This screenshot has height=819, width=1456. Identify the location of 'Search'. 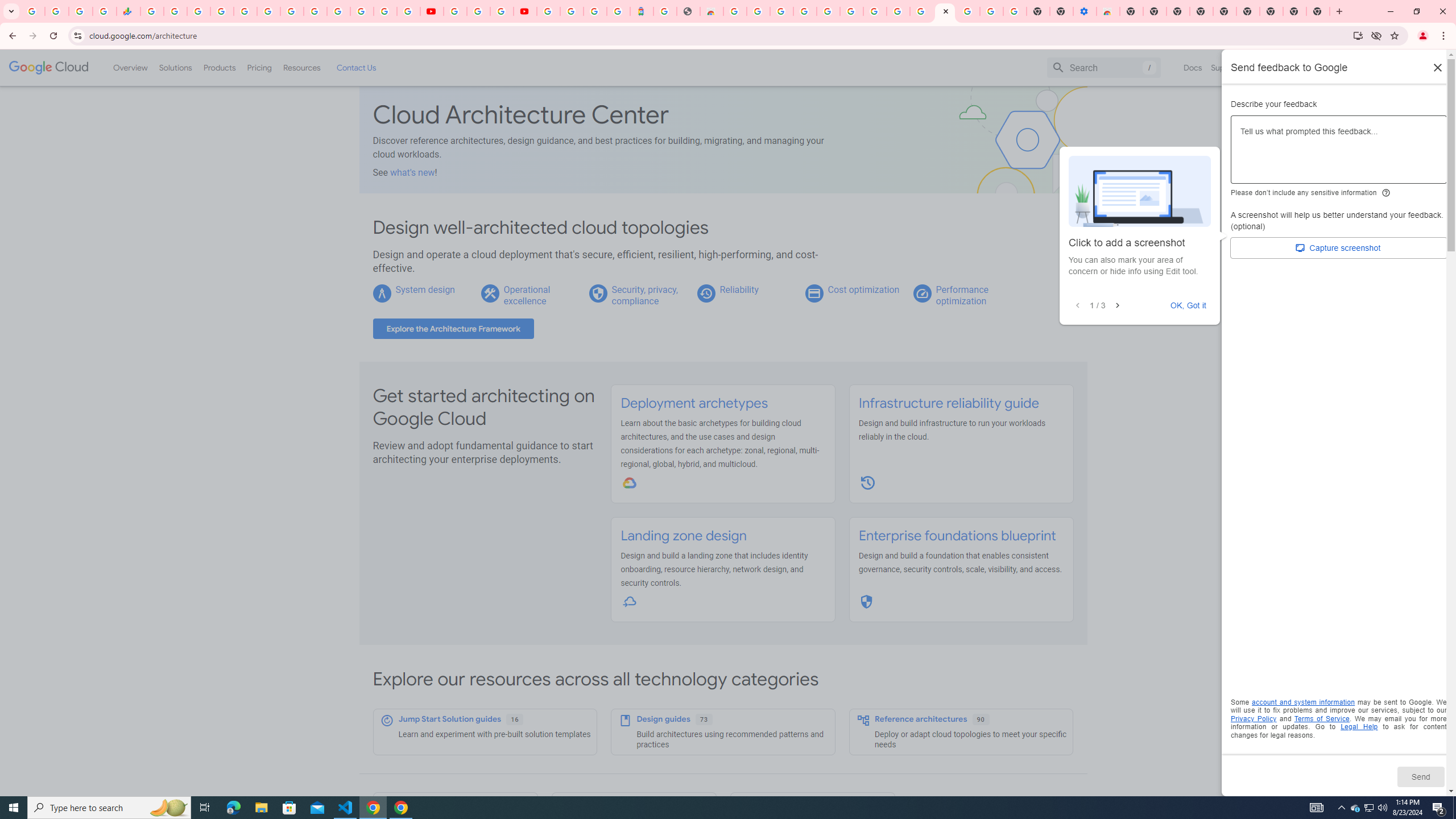
(1103, 67).